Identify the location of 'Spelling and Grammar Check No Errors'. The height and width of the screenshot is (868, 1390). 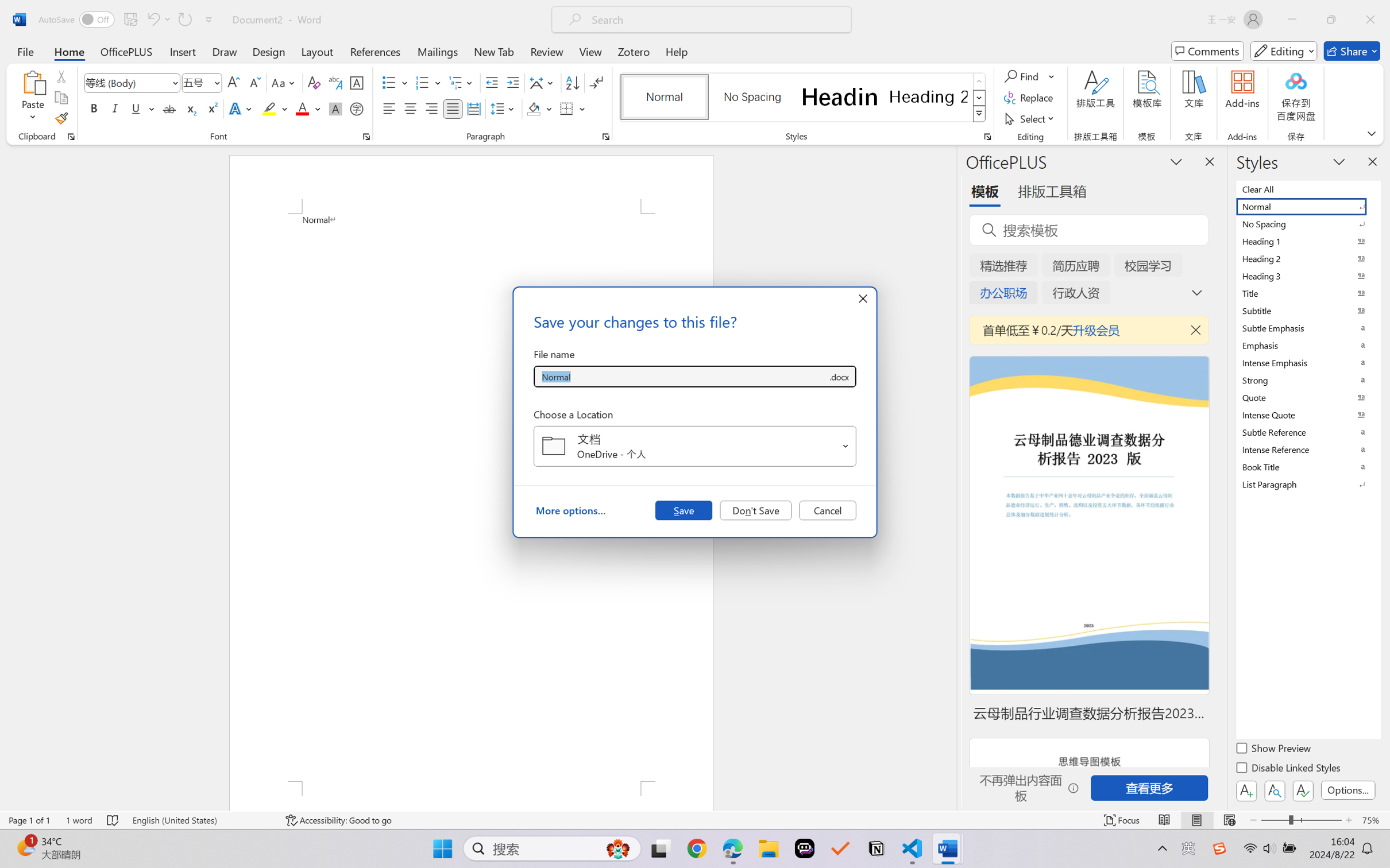
(113, 820).